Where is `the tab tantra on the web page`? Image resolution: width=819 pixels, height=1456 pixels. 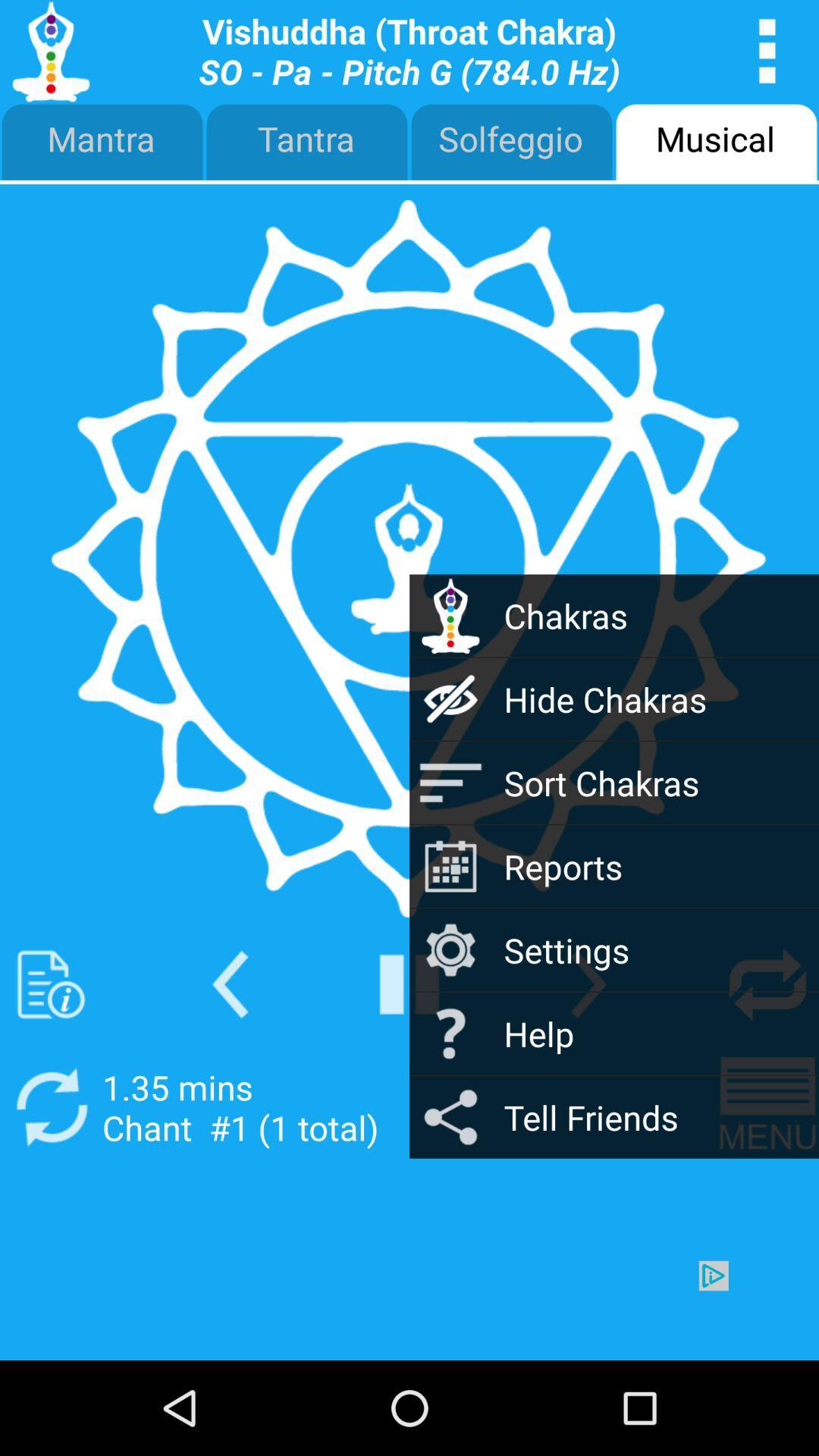
the tab tantra on the web page is located at coordinates (307, 143).